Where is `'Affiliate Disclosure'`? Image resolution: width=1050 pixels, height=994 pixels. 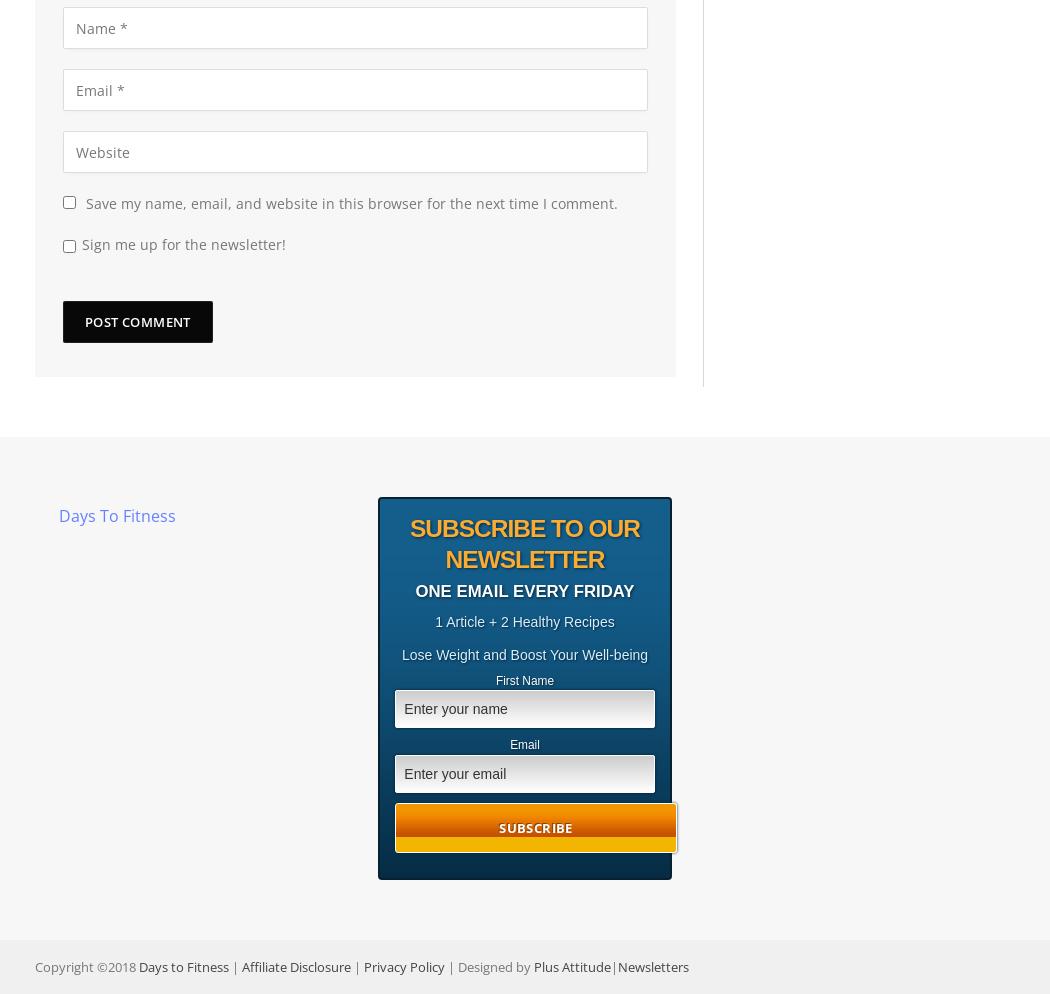
'Affiliate Disclosure' is located at coordinates (295, 964).